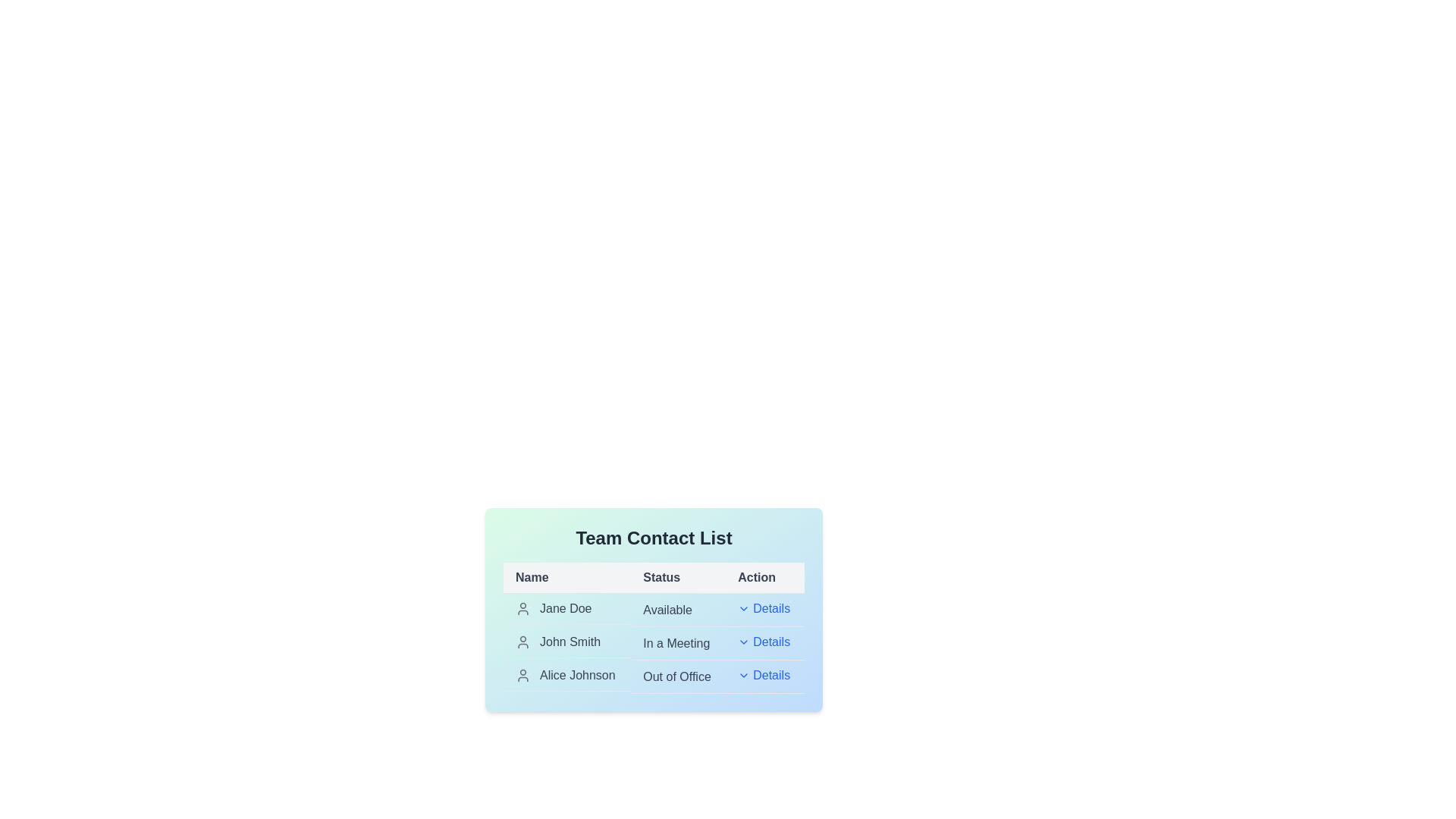  What do you see at coordinates (566, 642) in the screenshot?
I see `the row corresponding to John Smith to open the context menu` at bounding box center [566, 642].